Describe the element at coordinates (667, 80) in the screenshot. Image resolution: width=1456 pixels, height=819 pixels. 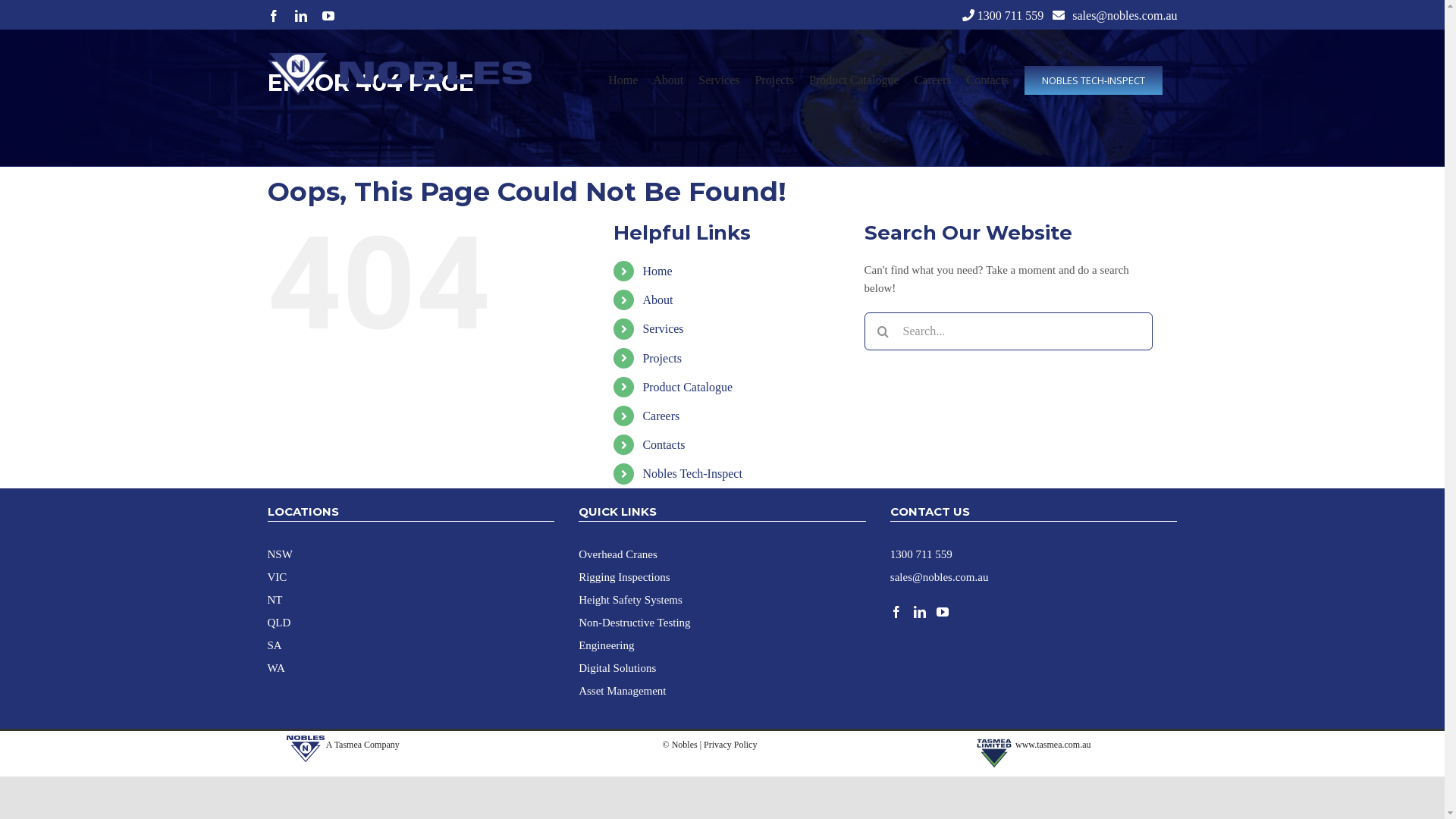
I see `'About'` at that location.